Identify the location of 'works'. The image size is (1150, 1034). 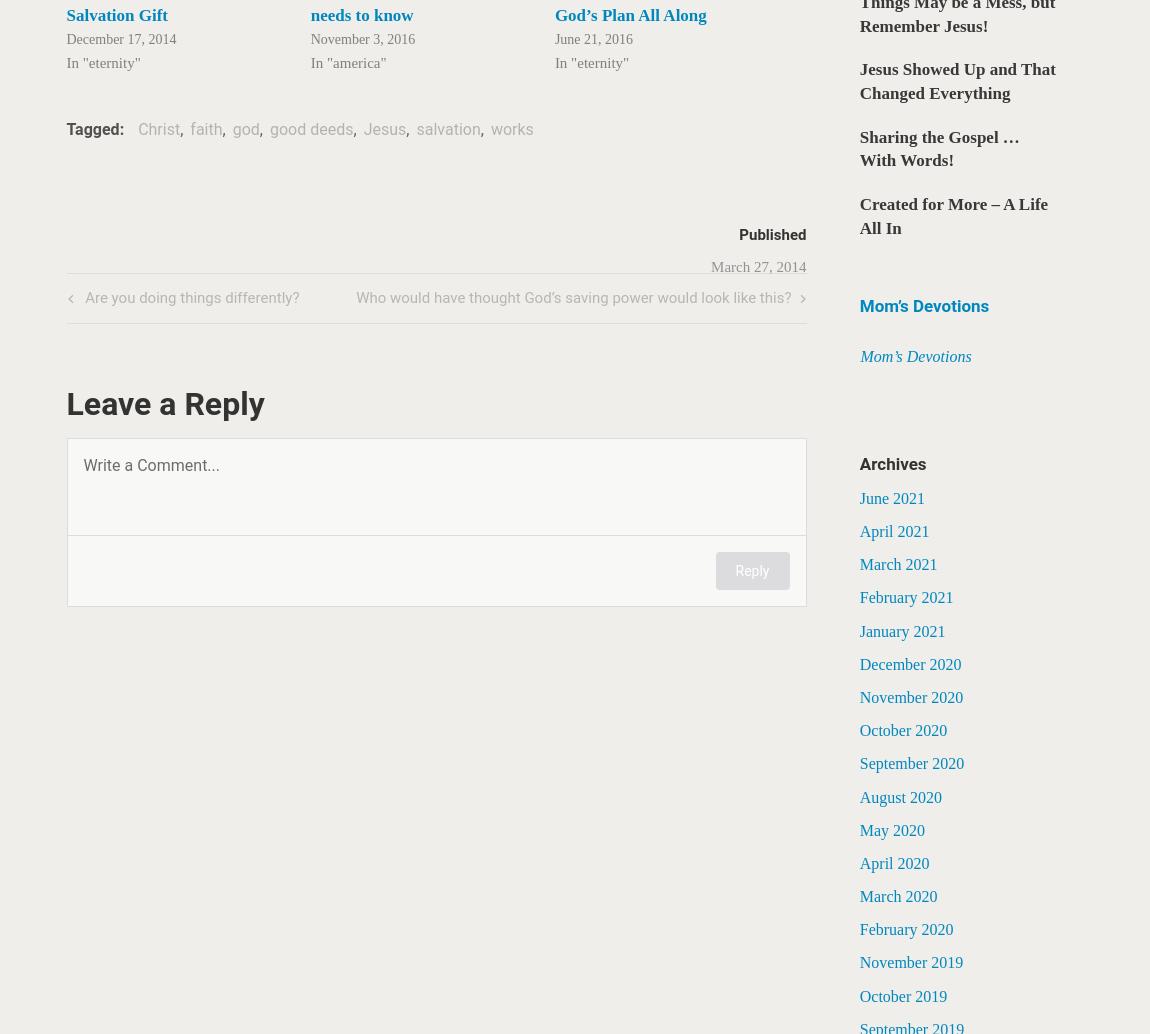
(511, 129).